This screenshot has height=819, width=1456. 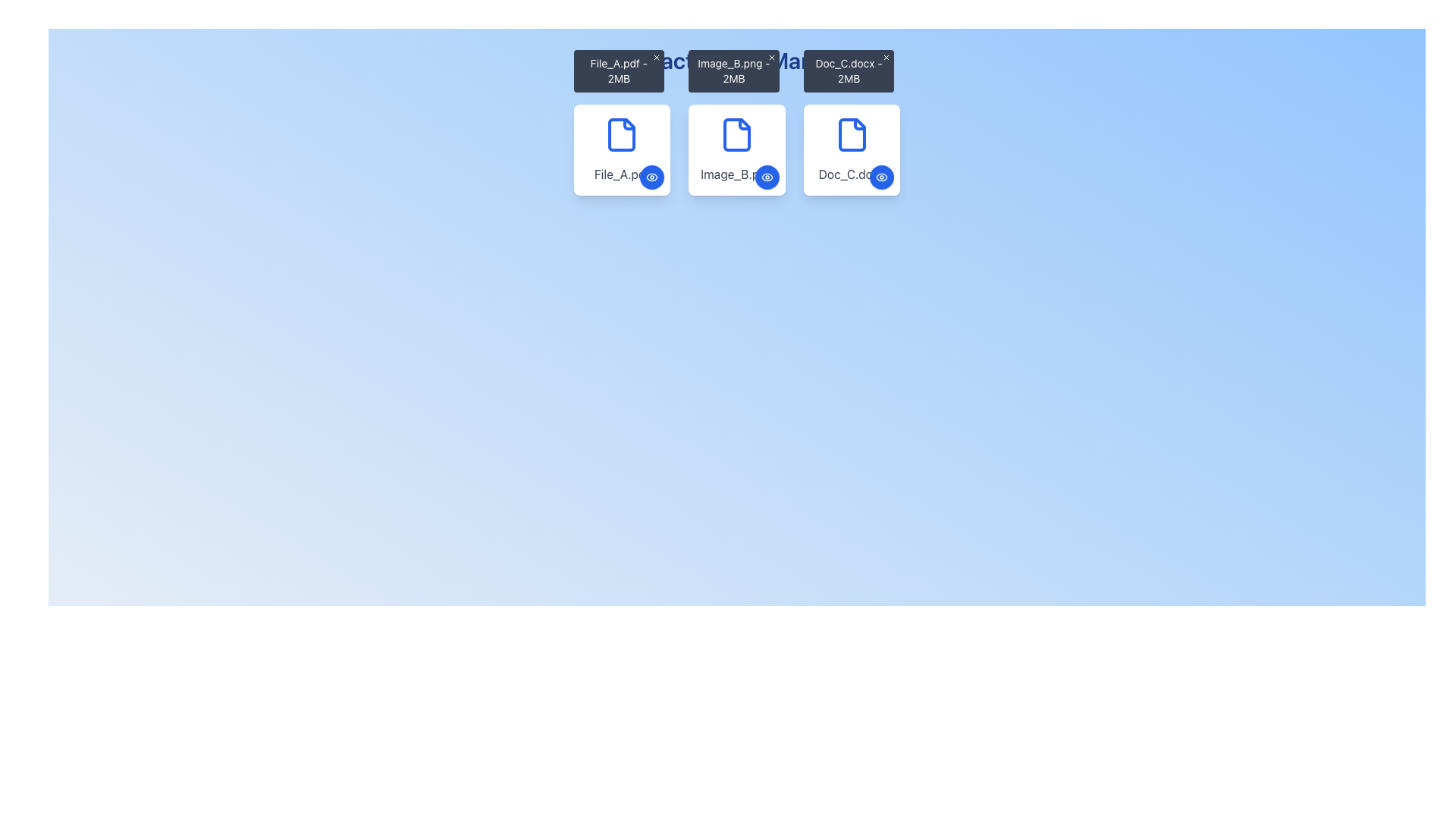 I want to click on the File item labeled 'Image_B.png', so click(x=736, y=149).